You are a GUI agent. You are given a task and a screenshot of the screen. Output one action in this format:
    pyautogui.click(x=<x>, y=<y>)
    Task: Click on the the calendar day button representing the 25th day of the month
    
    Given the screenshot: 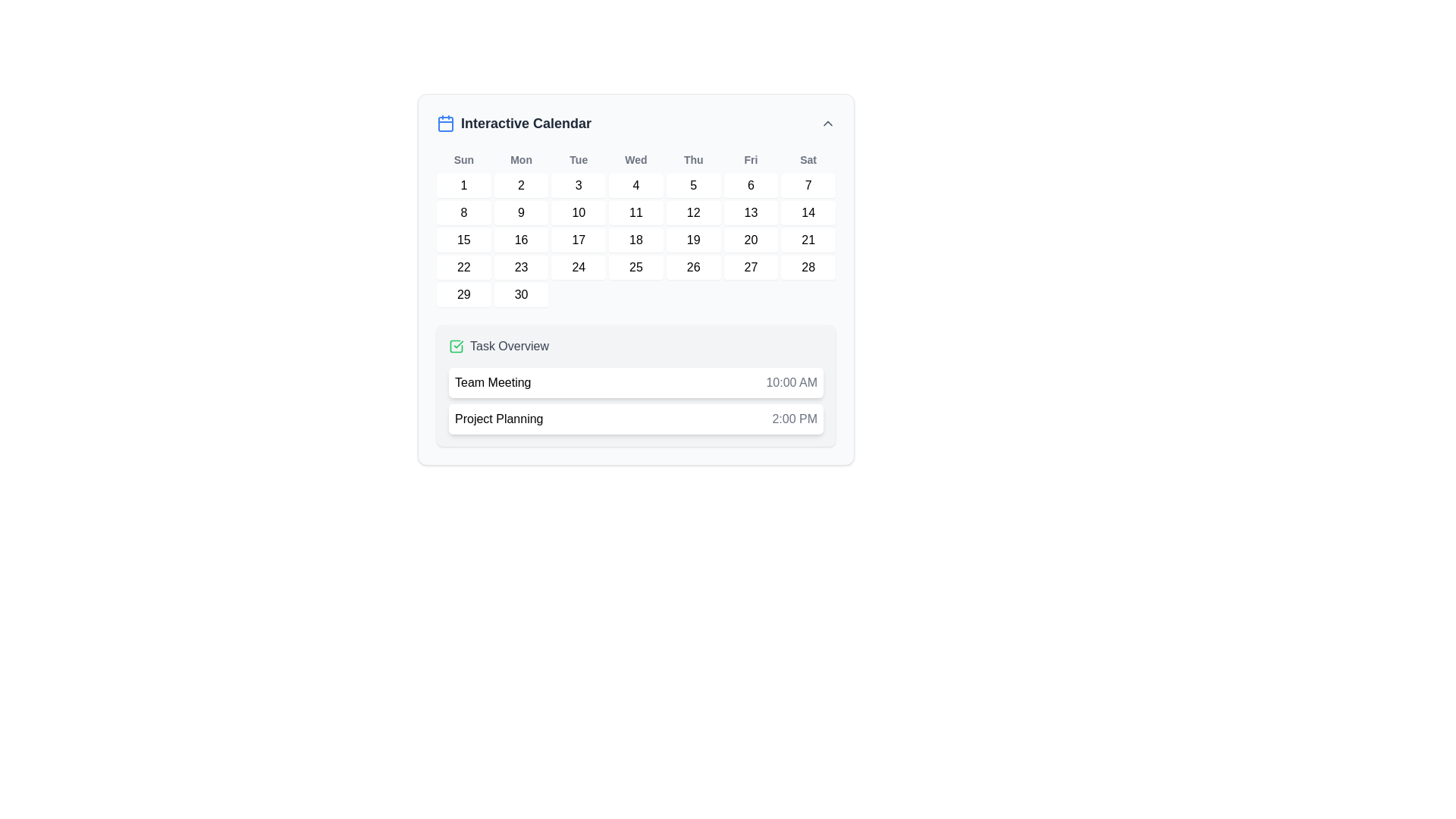 What is the action you would take?
    pyautogui.click(x=636, y=267)
    